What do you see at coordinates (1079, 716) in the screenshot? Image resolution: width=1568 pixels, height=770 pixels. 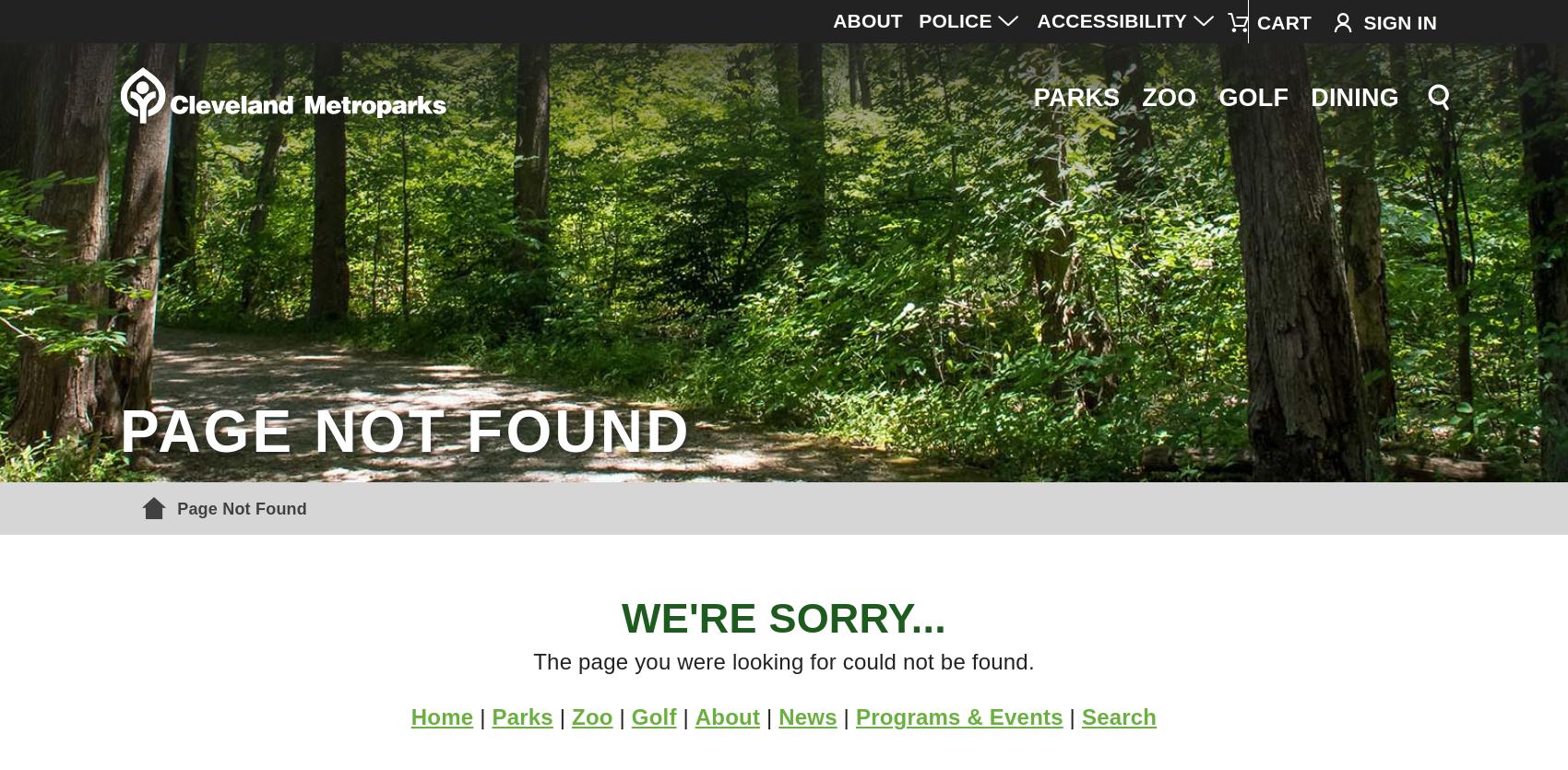 I see `'Search'` at bounding box center [1079, 716].